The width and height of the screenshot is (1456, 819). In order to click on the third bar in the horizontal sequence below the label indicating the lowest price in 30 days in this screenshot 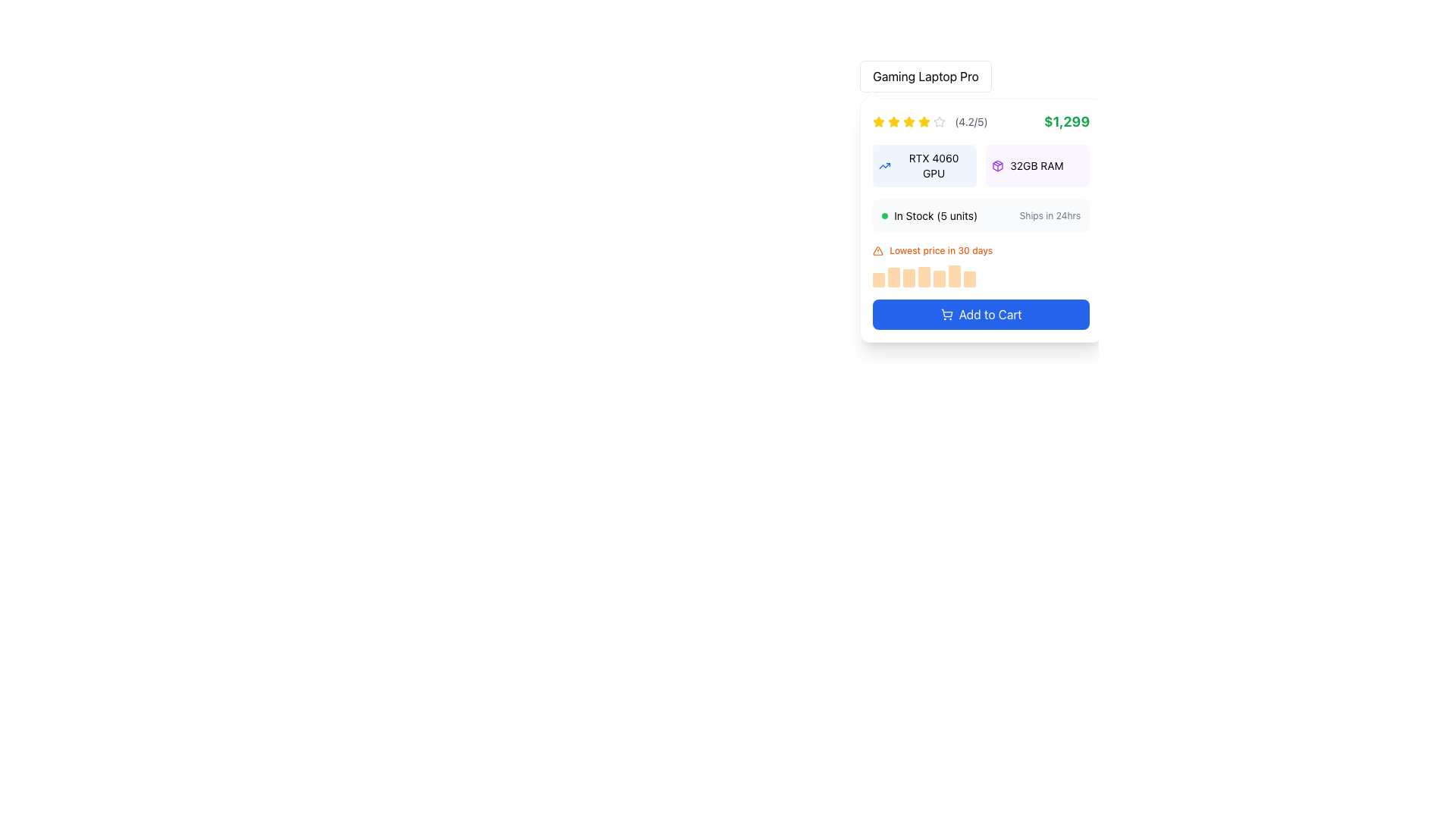, I will do `click(909, 278)`.